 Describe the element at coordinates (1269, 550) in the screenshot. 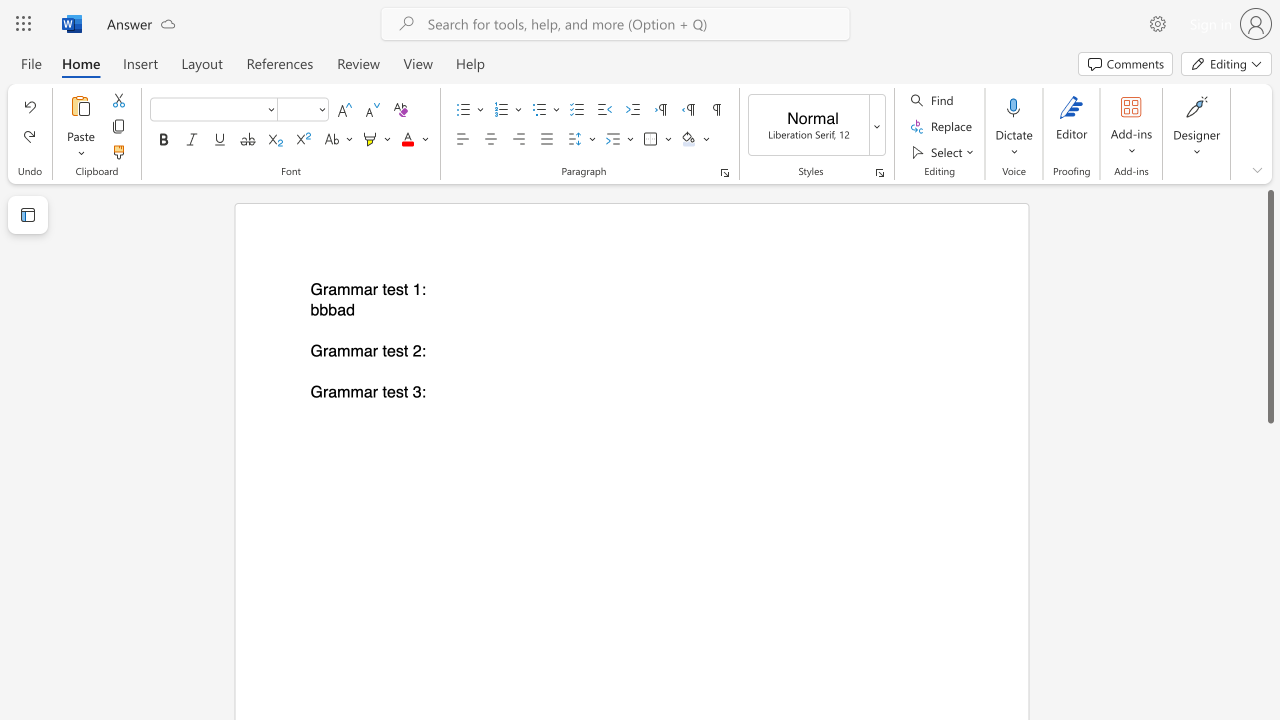

I see `the scrollbar to move the page down` at that location.